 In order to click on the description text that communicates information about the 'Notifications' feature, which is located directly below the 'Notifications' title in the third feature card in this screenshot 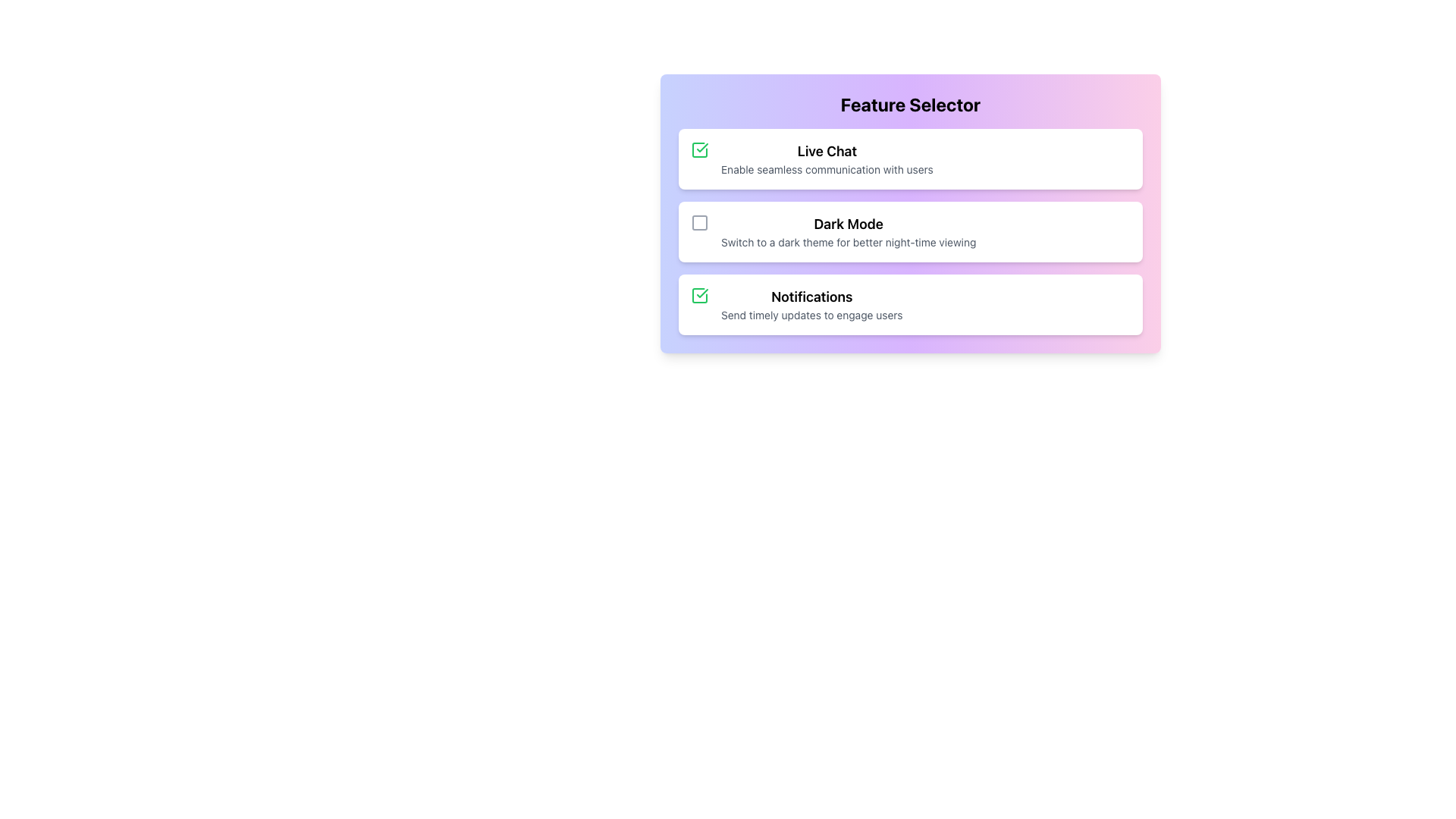, I will do `click(811, 315)`.